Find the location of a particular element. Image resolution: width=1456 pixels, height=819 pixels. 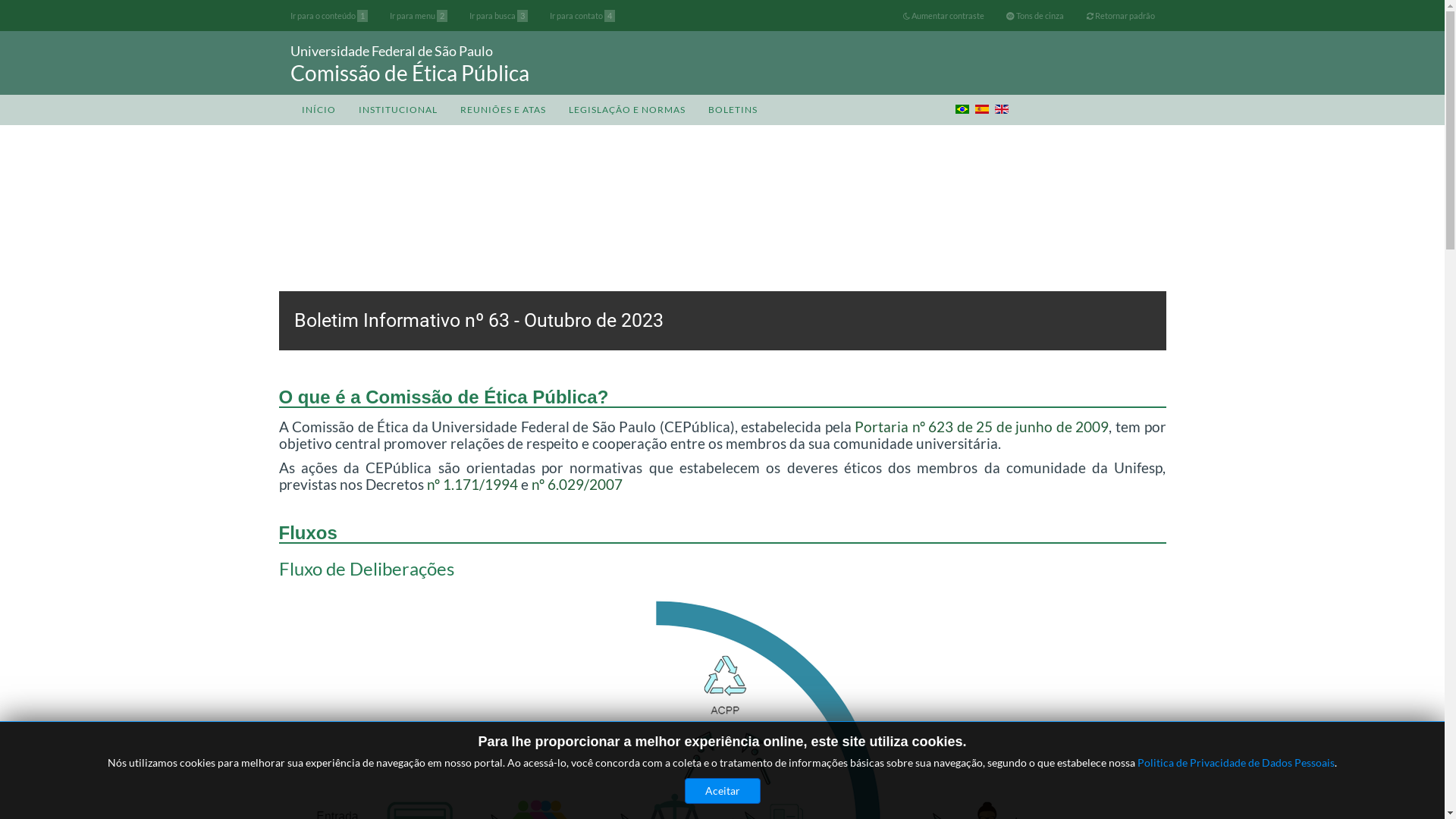

'Espanhol (ES)' is located at coordinates (975, 108).